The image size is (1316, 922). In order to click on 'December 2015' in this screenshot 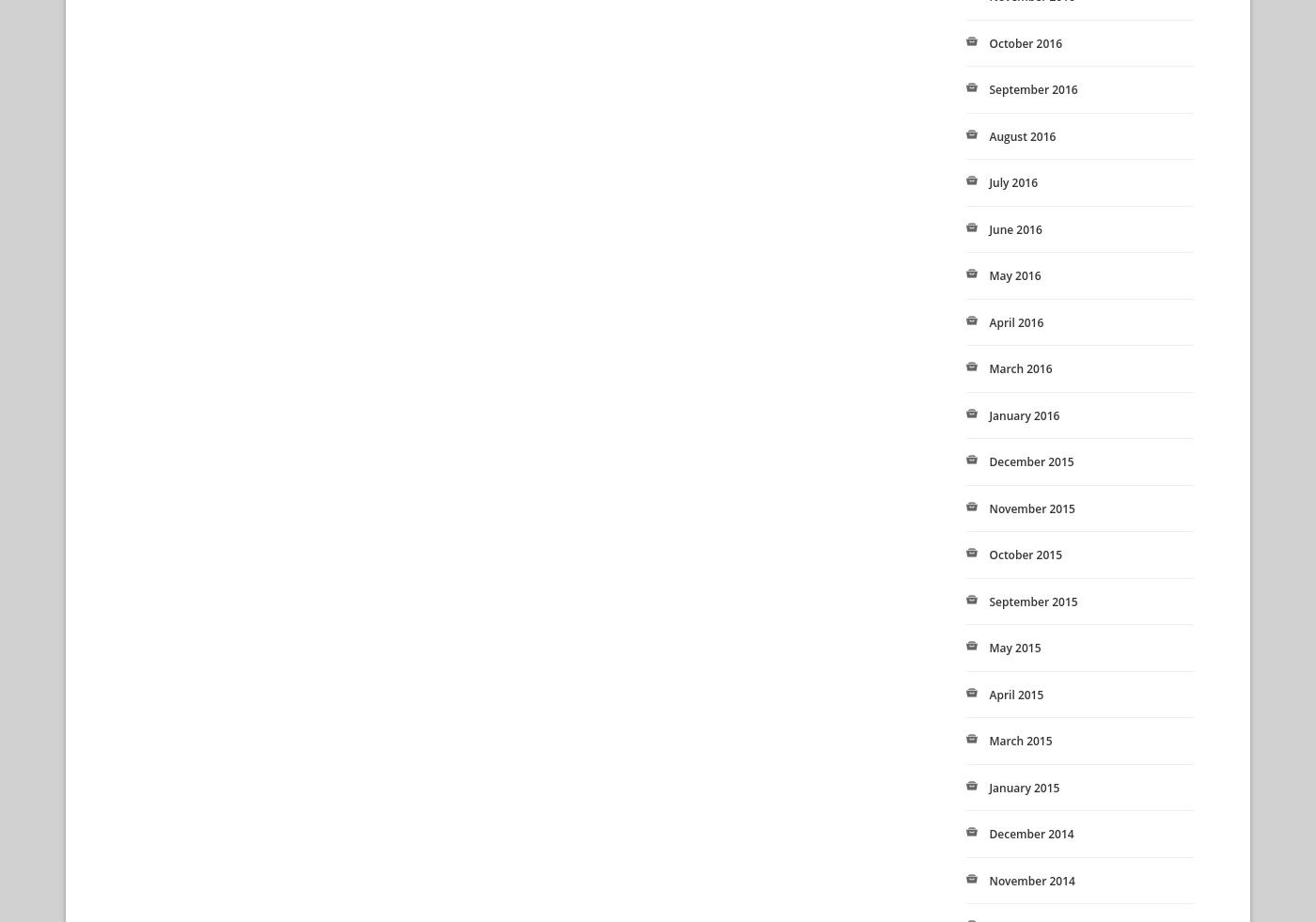, I will do `click(988, 461)`.